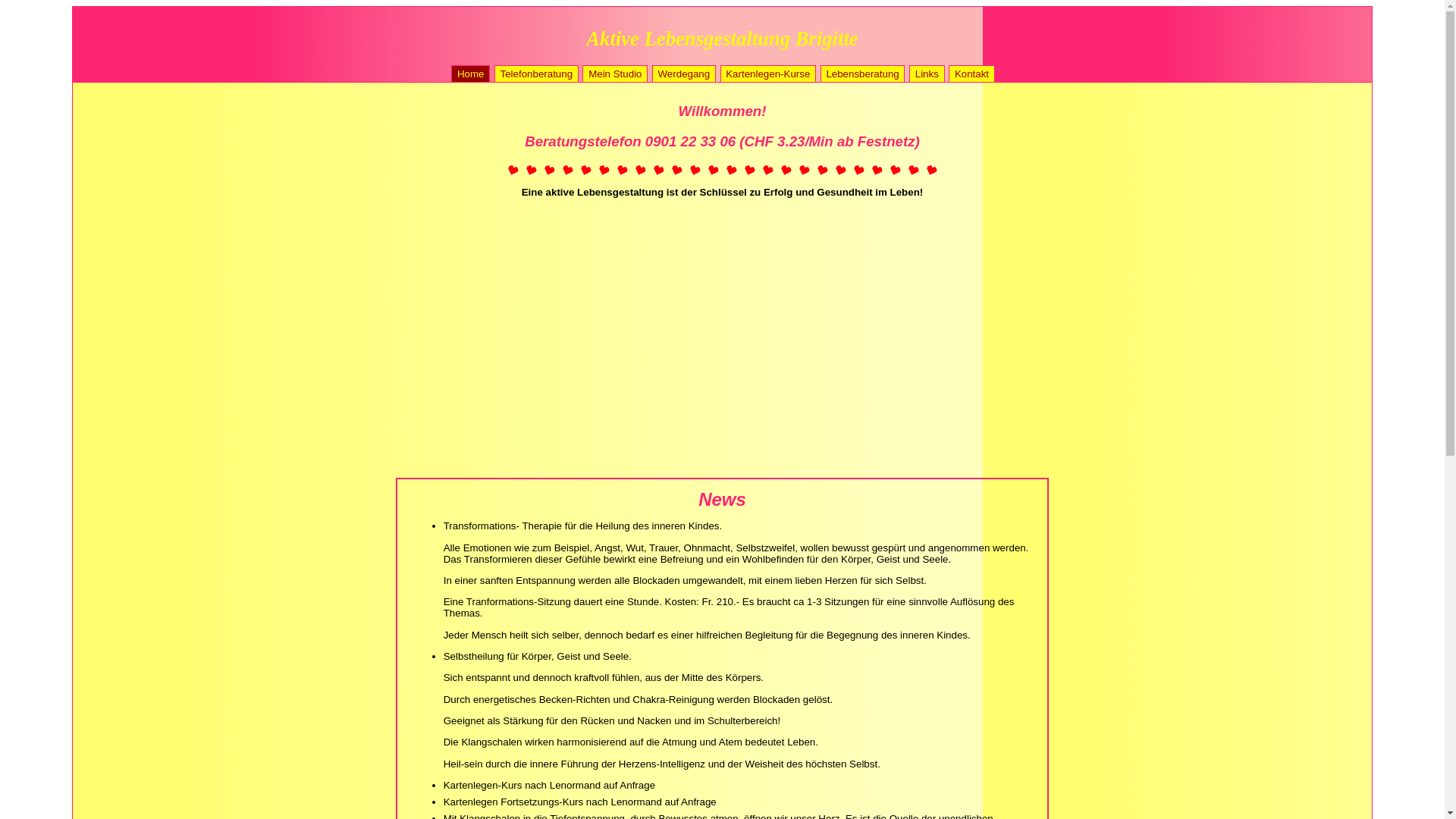 This screenshot has height=819, width=1456. I want to click on 'Lebensberatung', so click(862, 73).